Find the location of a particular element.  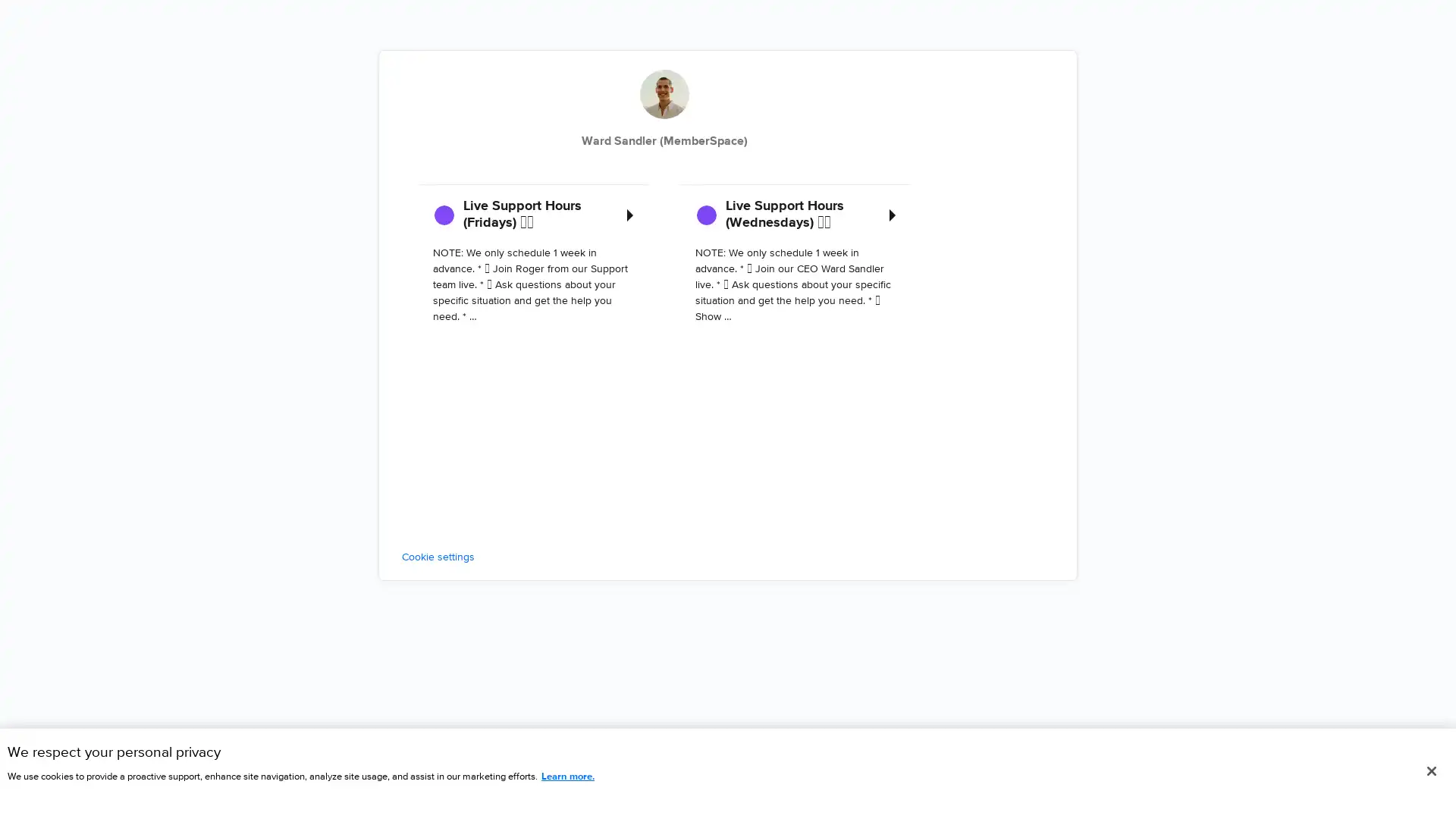

Close is located at coordinates (1430, 771).